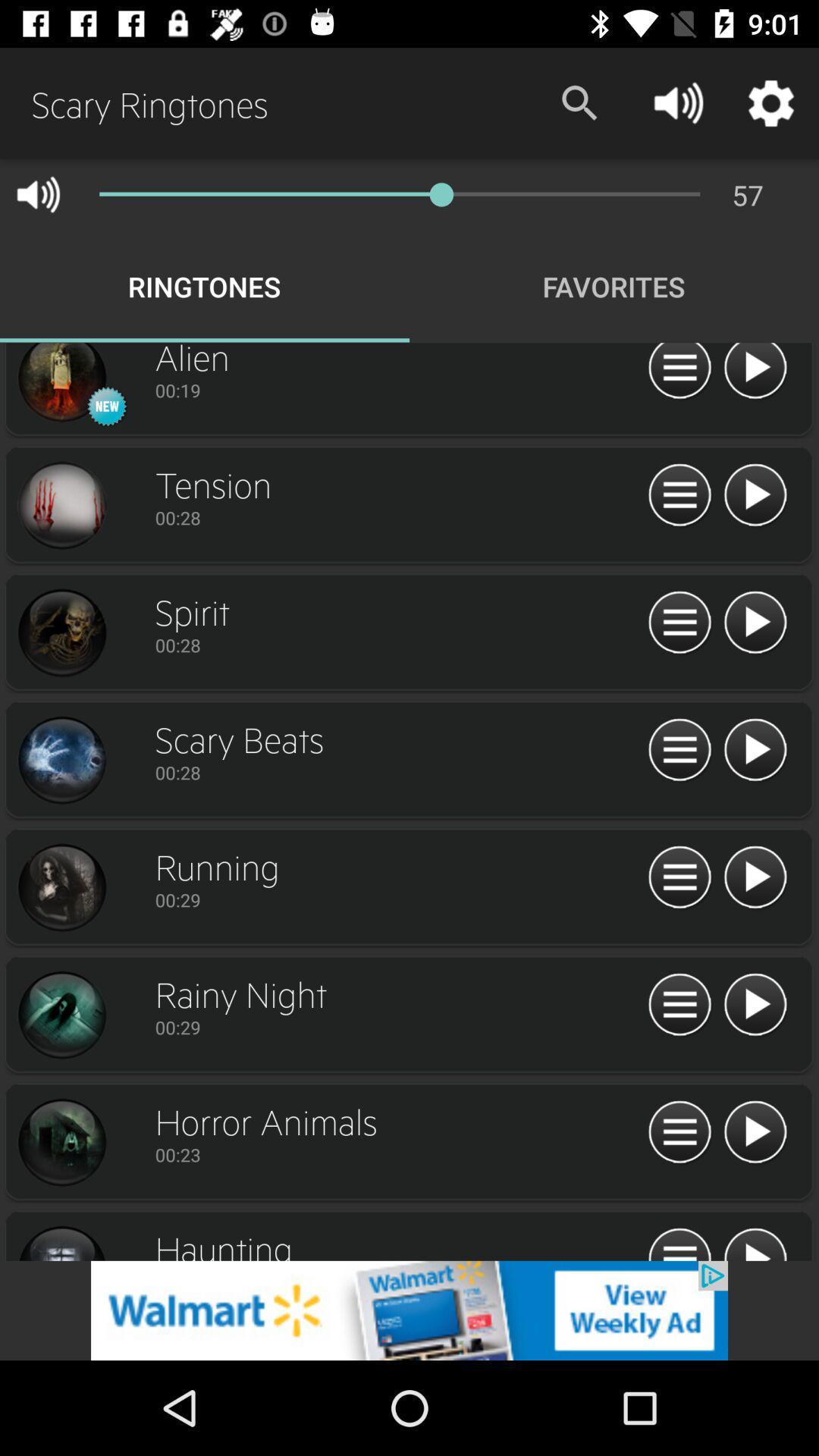 Image resolution: width=819 pixels, height=1456 pixels. Describe the element at coordinates (755, 623) in the screenshot. I see `song` at that location.